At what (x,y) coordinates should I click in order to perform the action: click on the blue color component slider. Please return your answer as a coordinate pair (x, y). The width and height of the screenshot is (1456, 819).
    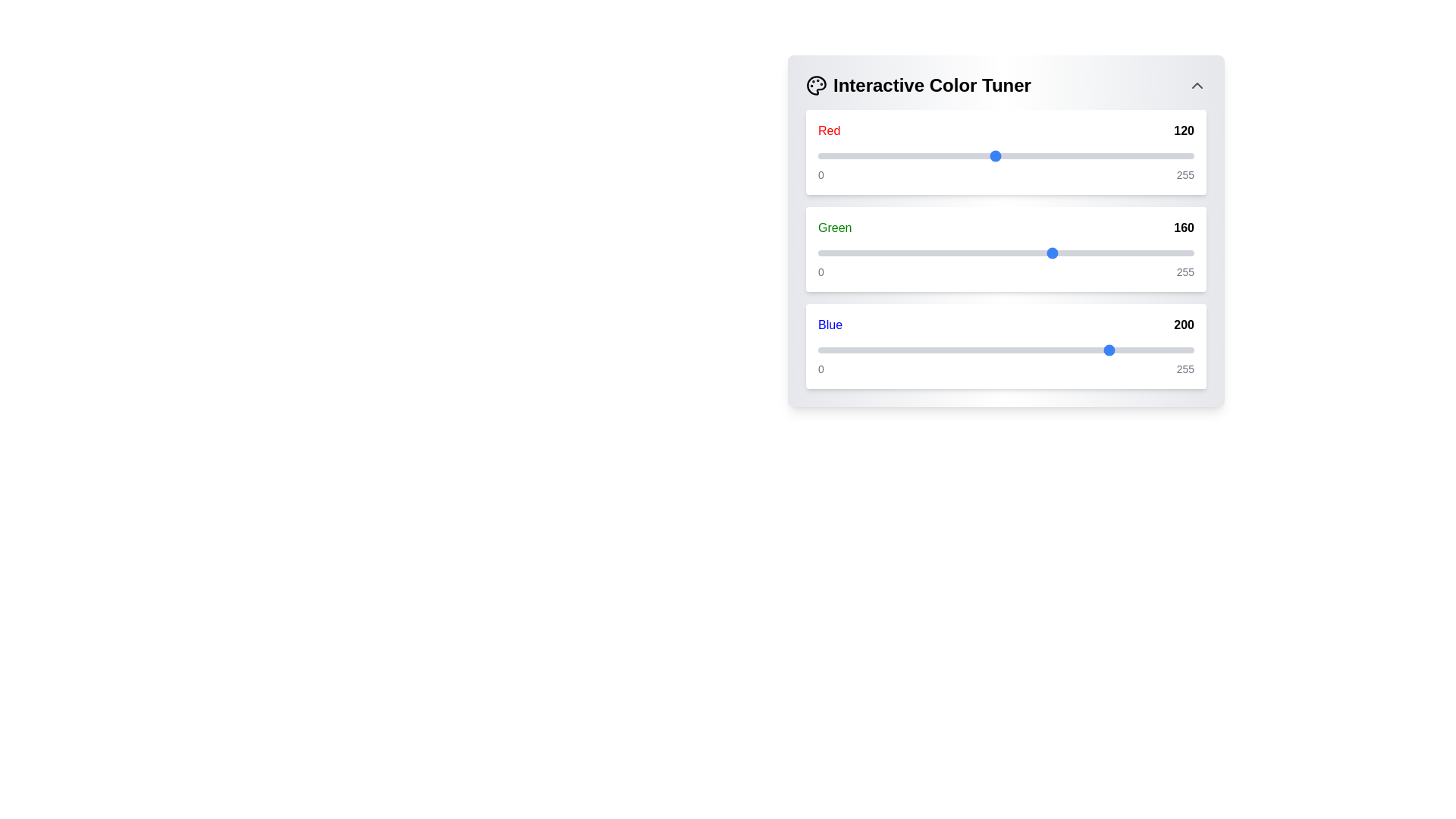
    Looking at the image, I should click on (1006, 346).